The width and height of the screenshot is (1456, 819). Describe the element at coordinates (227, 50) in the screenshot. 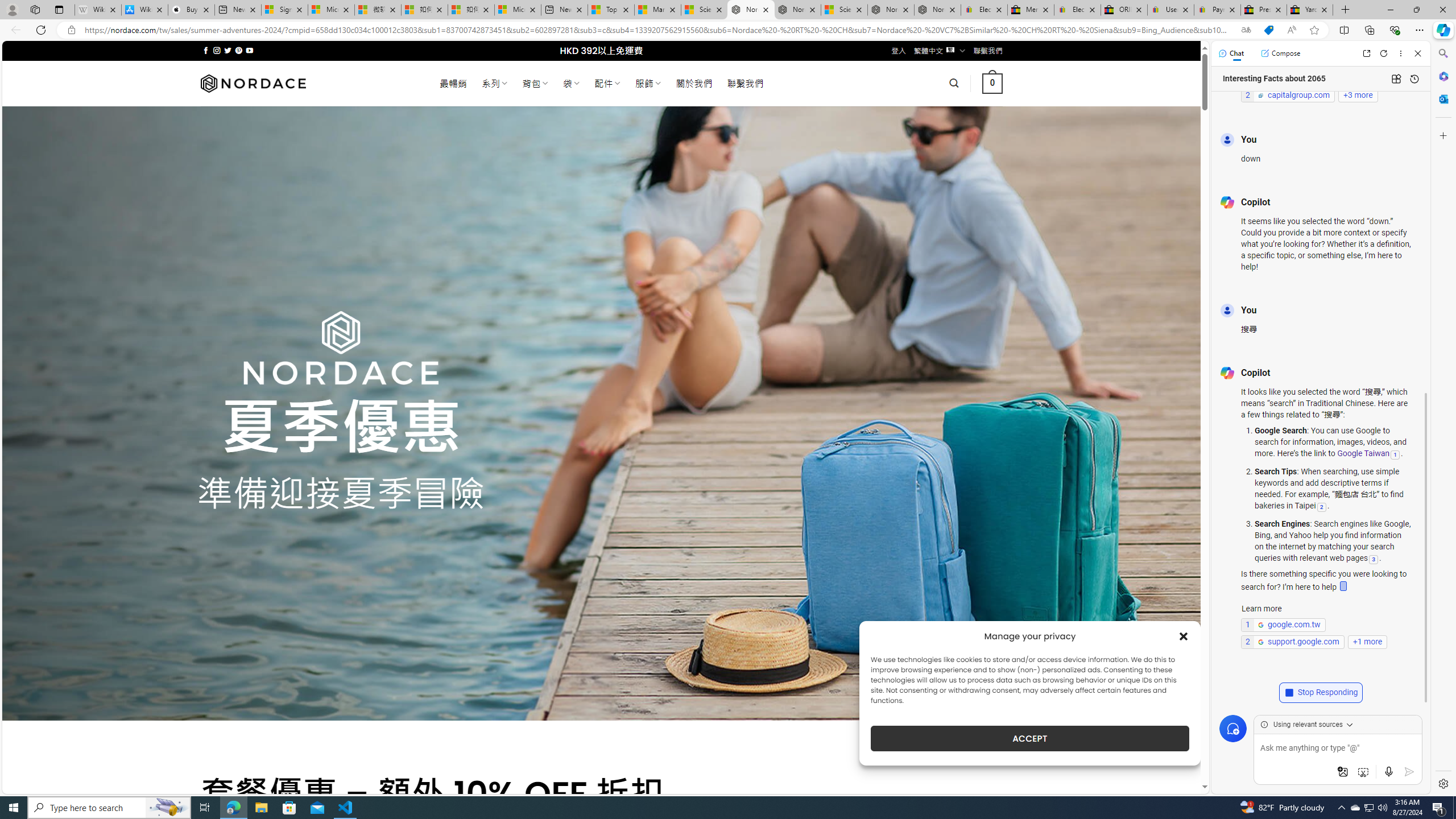

I see `'Follow on Twitter'` at that location.